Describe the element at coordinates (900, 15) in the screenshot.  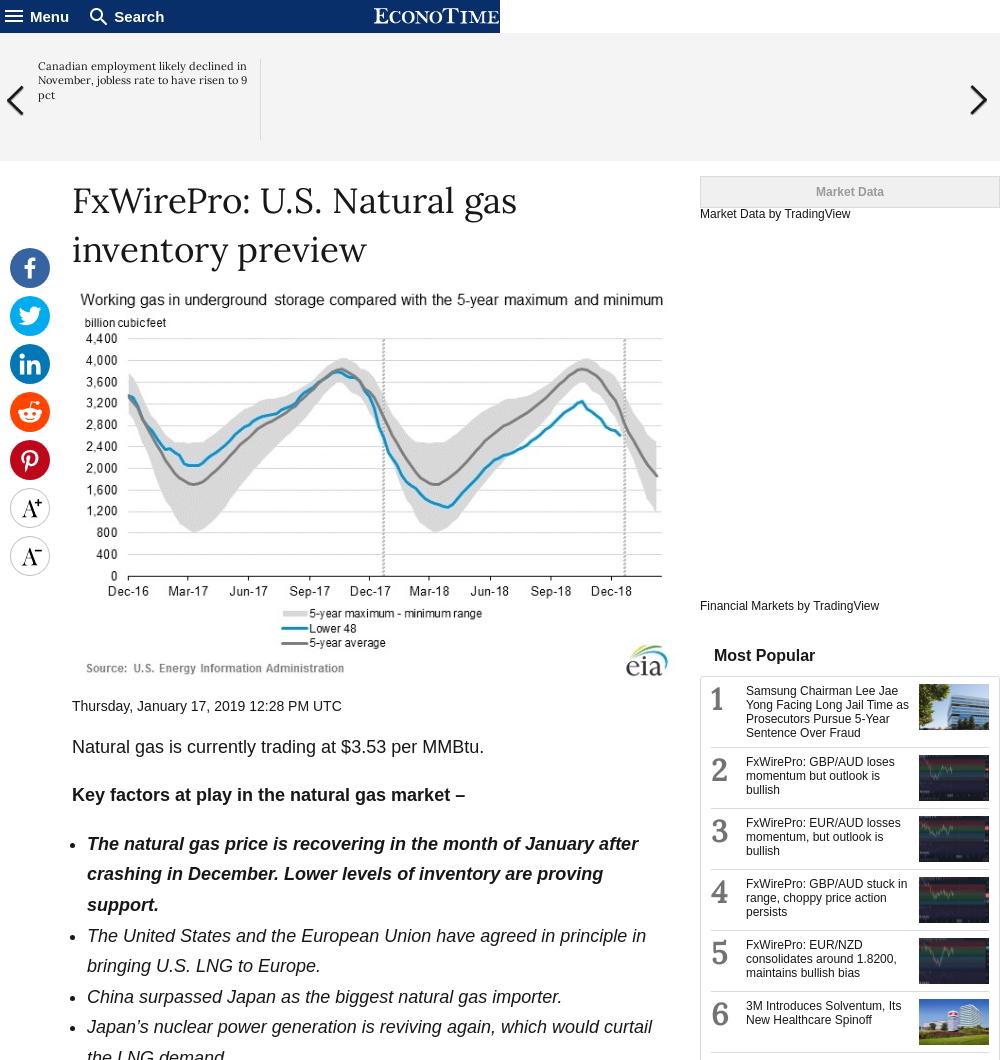
I see `'Become a contributor'` at that location.